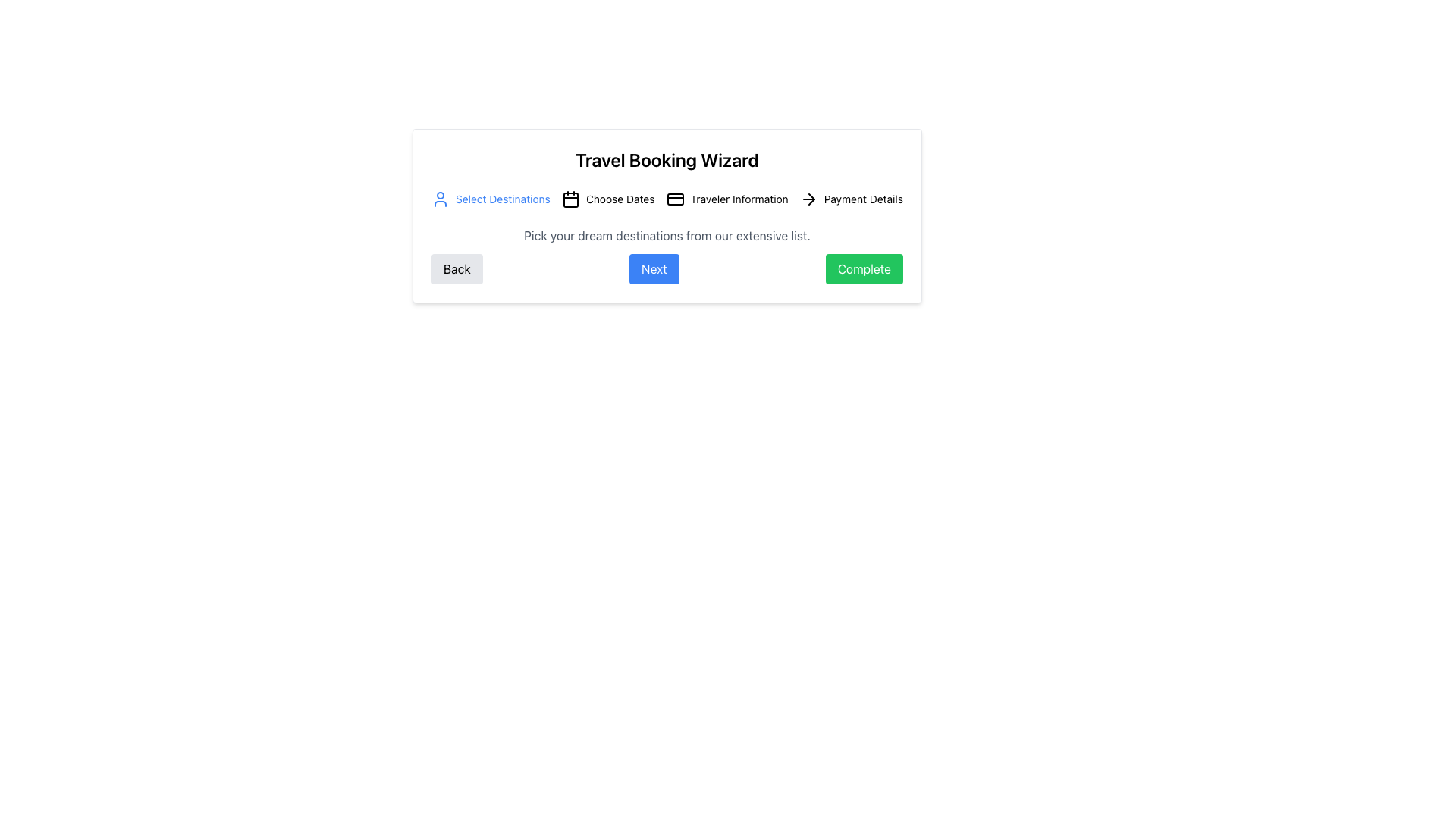  What do you see at coordinates (608, 198) in the screenshot?
I see `the second navigation label with an icon, located between 'Select Destinations' and 'Traveler Information'` at bounding box center [608, 198].